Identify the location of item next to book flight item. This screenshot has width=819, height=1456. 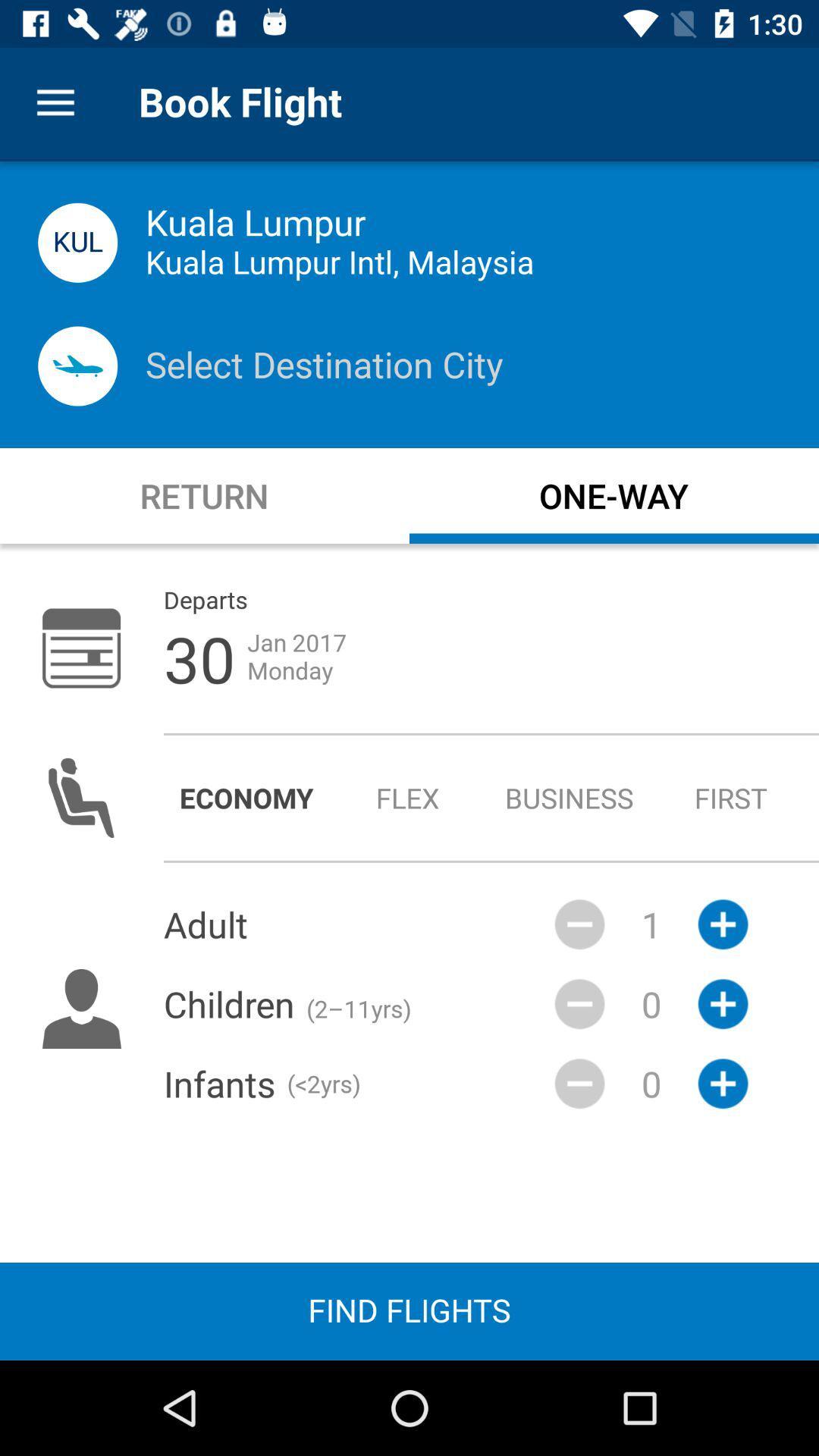
(55, 102).